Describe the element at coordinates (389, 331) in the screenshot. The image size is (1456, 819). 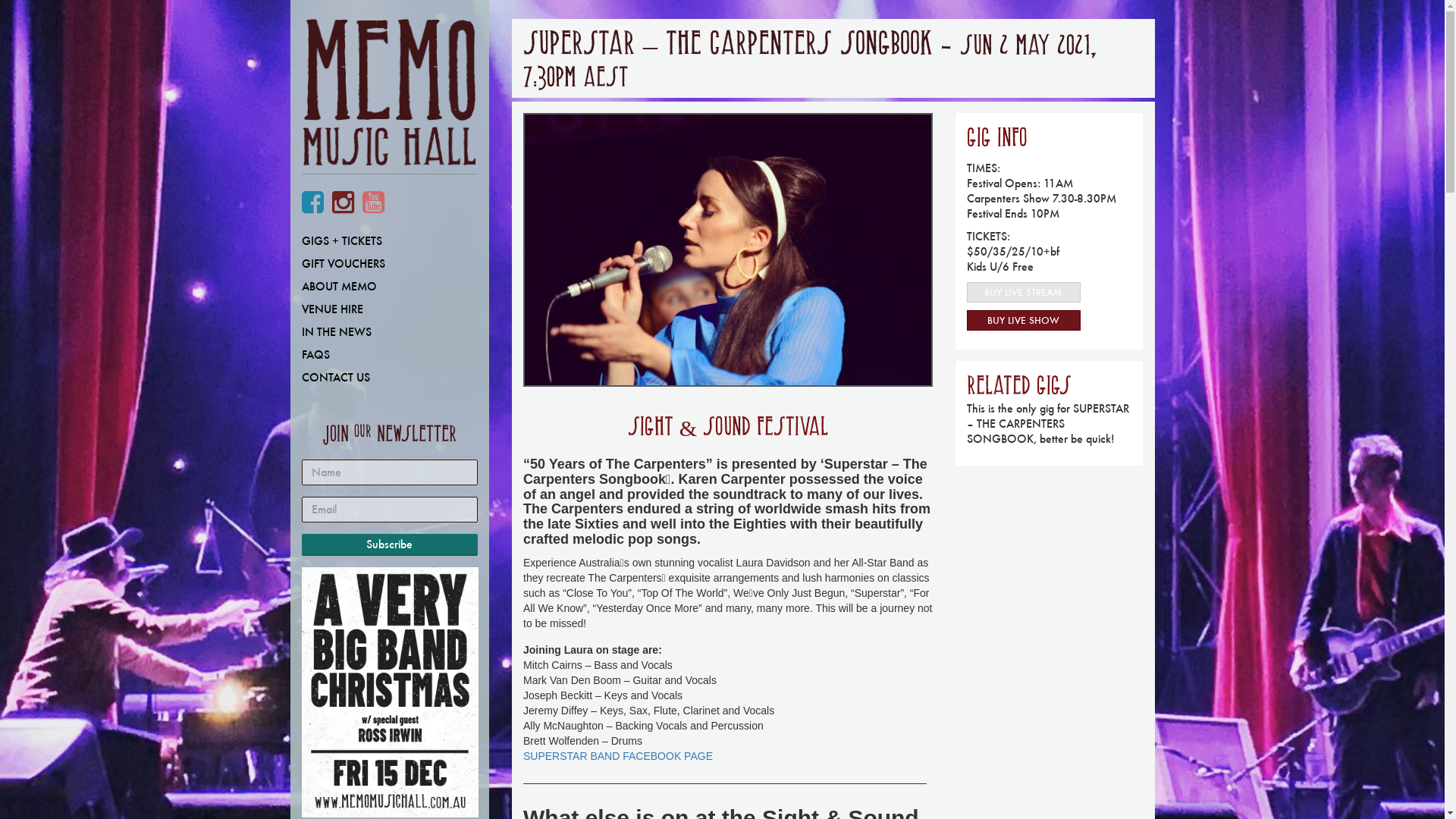
I see `'IN THE NEWS'` at that location.